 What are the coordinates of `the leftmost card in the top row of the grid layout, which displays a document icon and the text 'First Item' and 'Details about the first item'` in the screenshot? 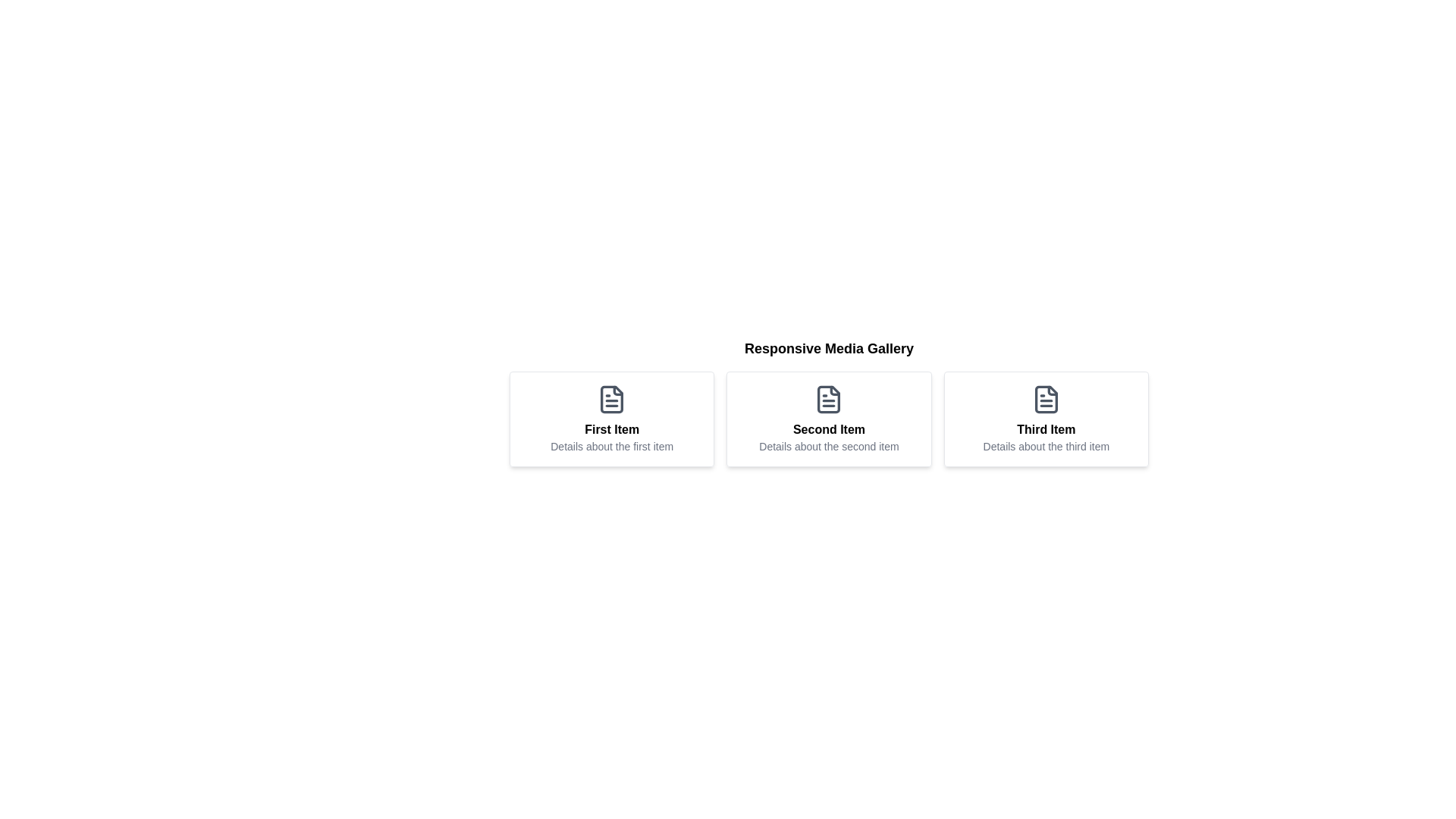 It's located at (612, 419).